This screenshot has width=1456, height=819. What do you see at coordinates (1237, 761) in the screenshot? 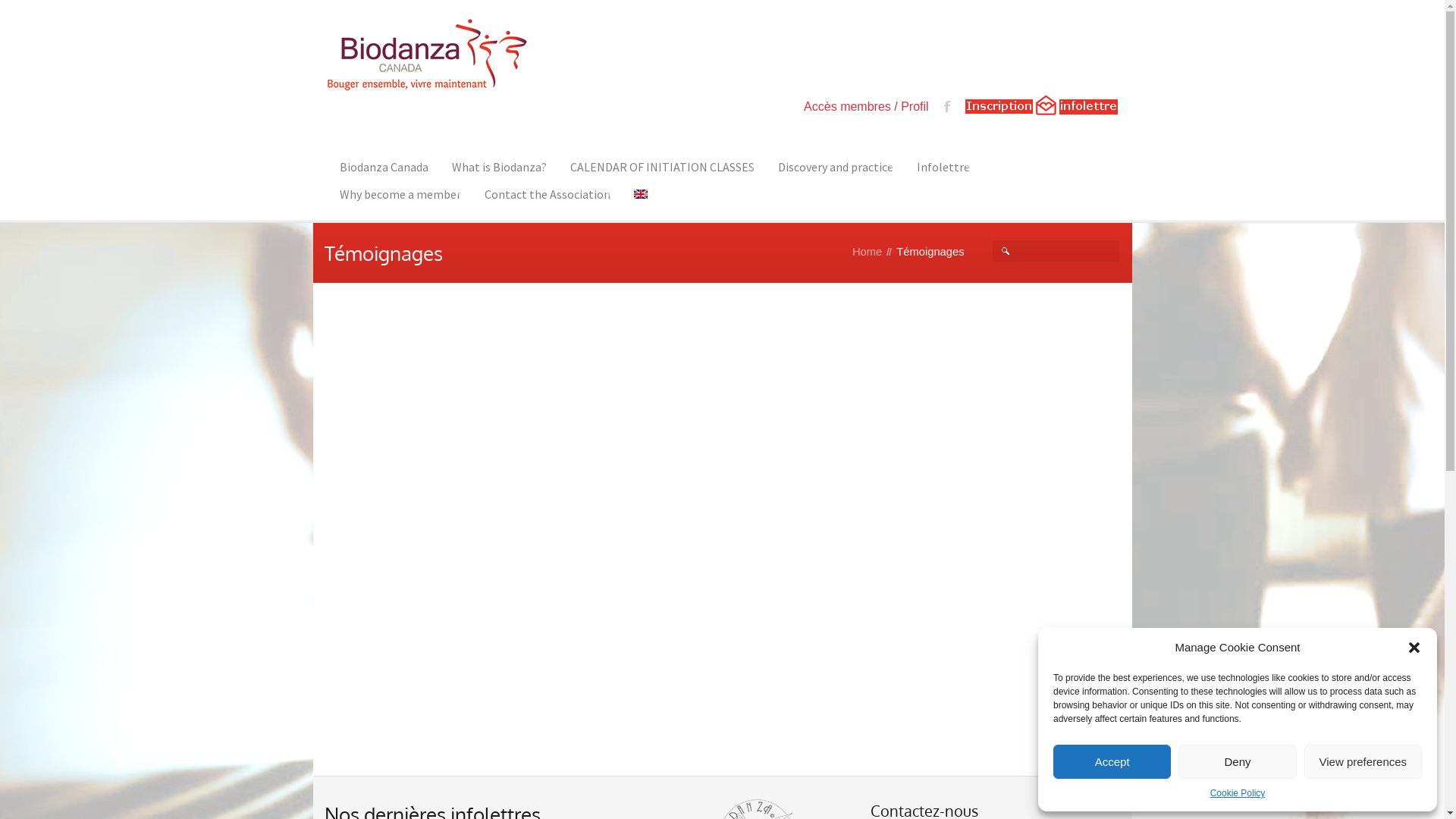
I see `'Deny'` at bounding box center [1237, 761].